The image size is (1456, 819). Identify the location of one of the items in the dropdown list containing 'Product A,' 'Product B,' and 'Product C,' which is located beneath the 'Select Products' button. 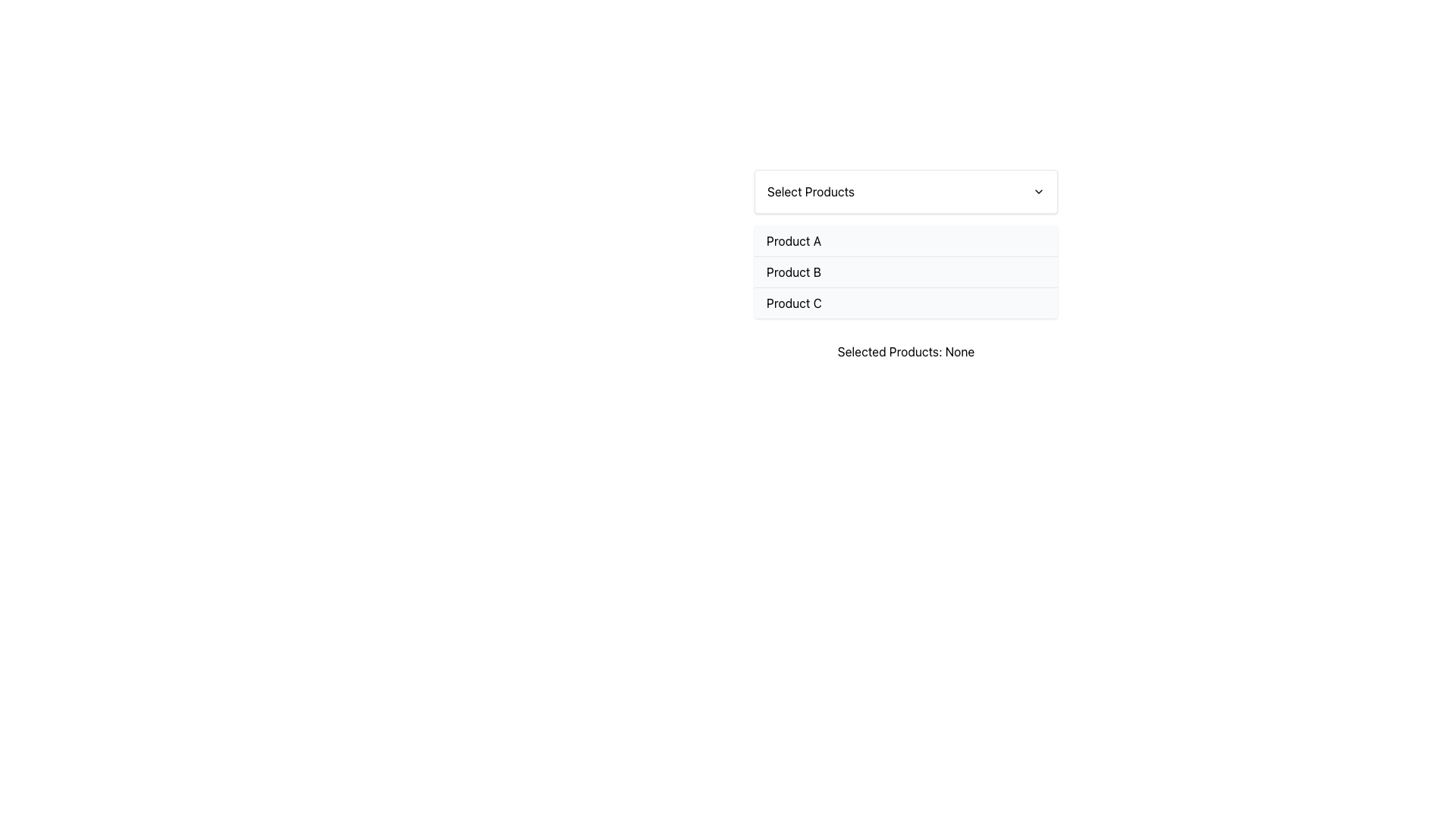
(906, 271).